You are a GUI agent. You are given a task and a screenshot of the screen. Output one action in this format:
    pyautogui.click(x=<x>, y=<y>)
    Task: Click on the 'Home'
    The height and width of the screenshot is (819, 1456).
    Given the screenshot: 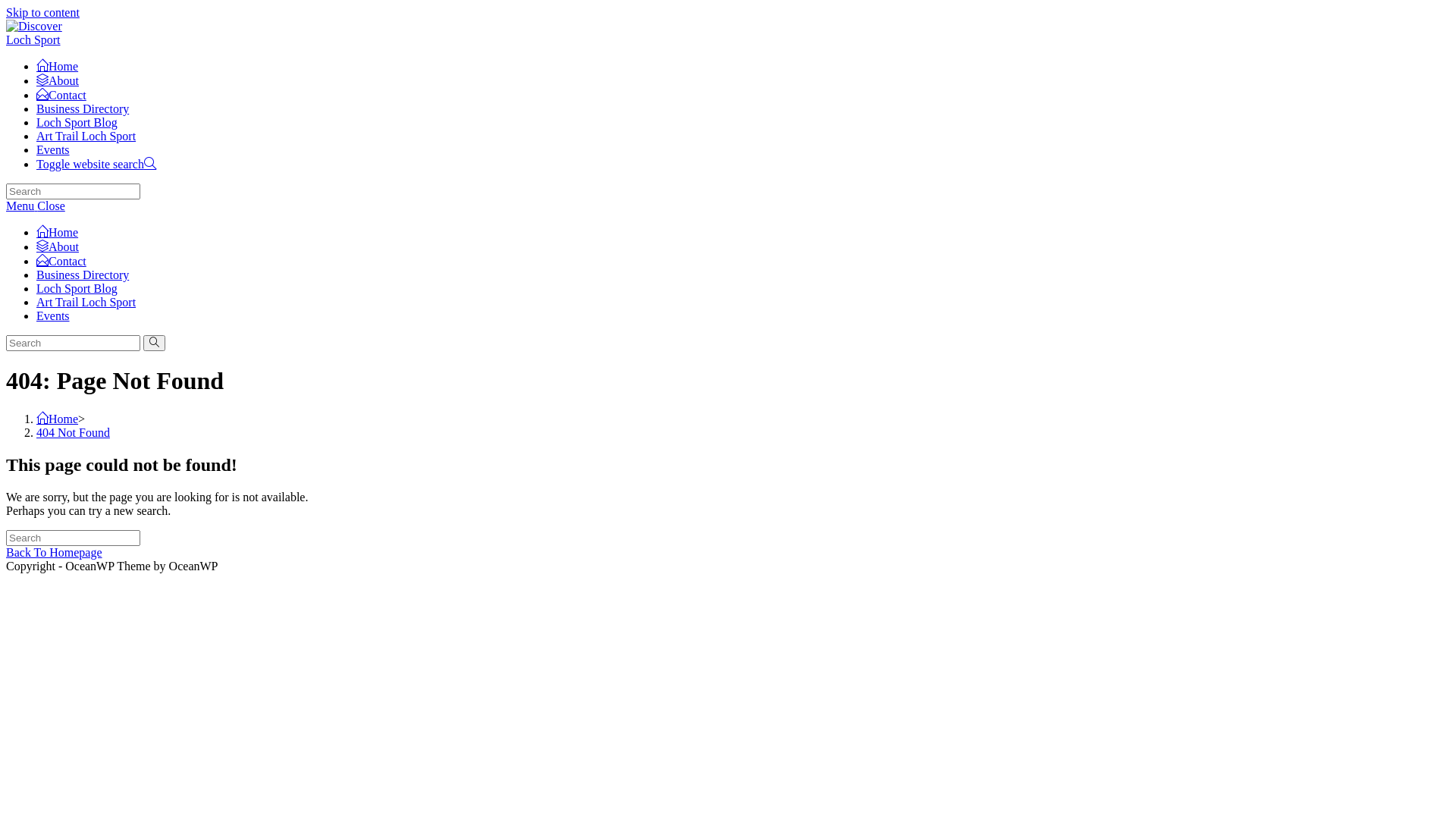 What is the action you would take?
    pyautogui.click(x=57, y=232)
    